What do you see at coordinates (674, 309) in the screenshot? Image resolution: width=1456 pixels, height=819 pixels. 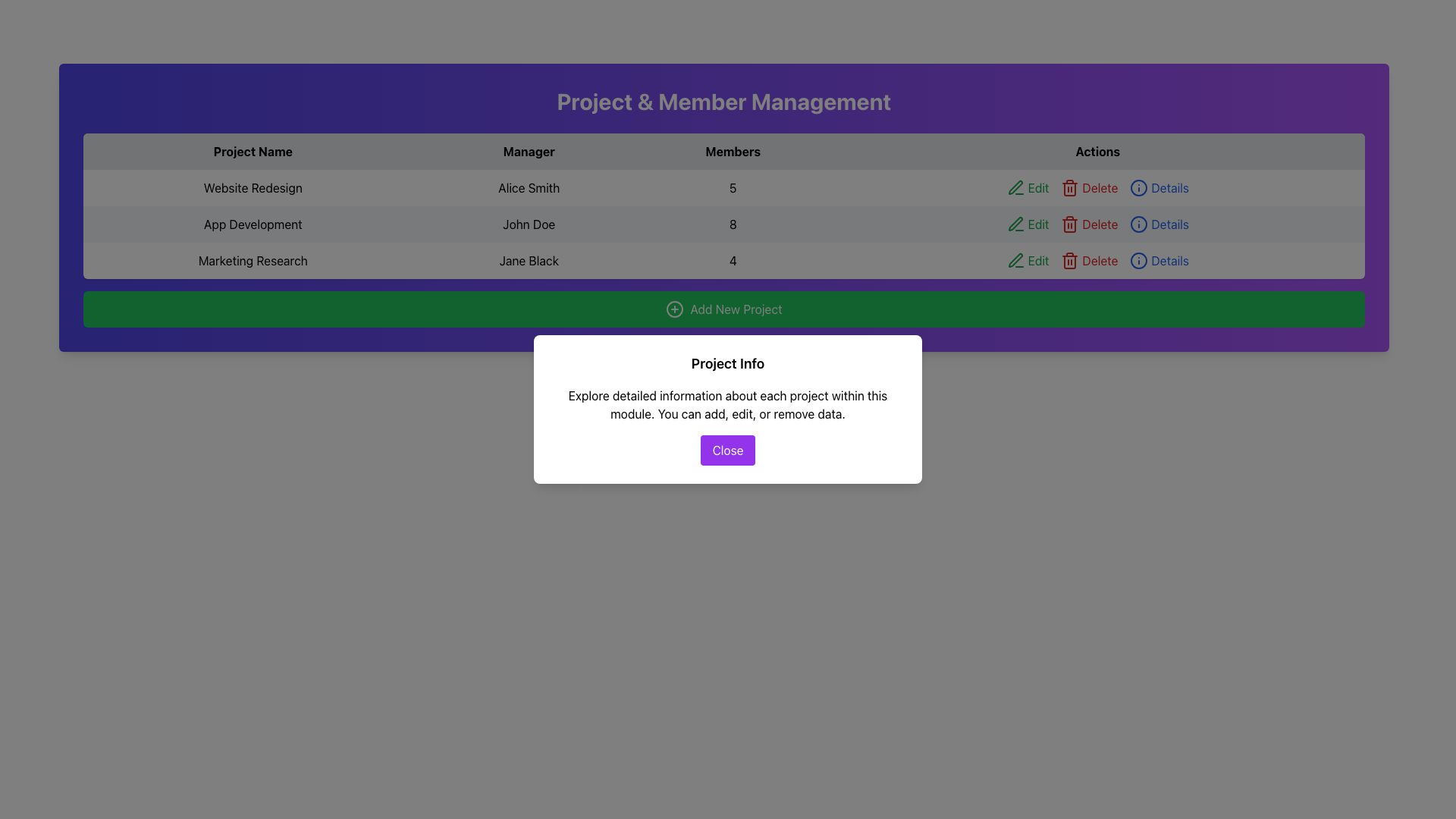 I see `the circular icon with a plus sign located to the left of the 'Add New Project' button` at bounding box center [674, 309].